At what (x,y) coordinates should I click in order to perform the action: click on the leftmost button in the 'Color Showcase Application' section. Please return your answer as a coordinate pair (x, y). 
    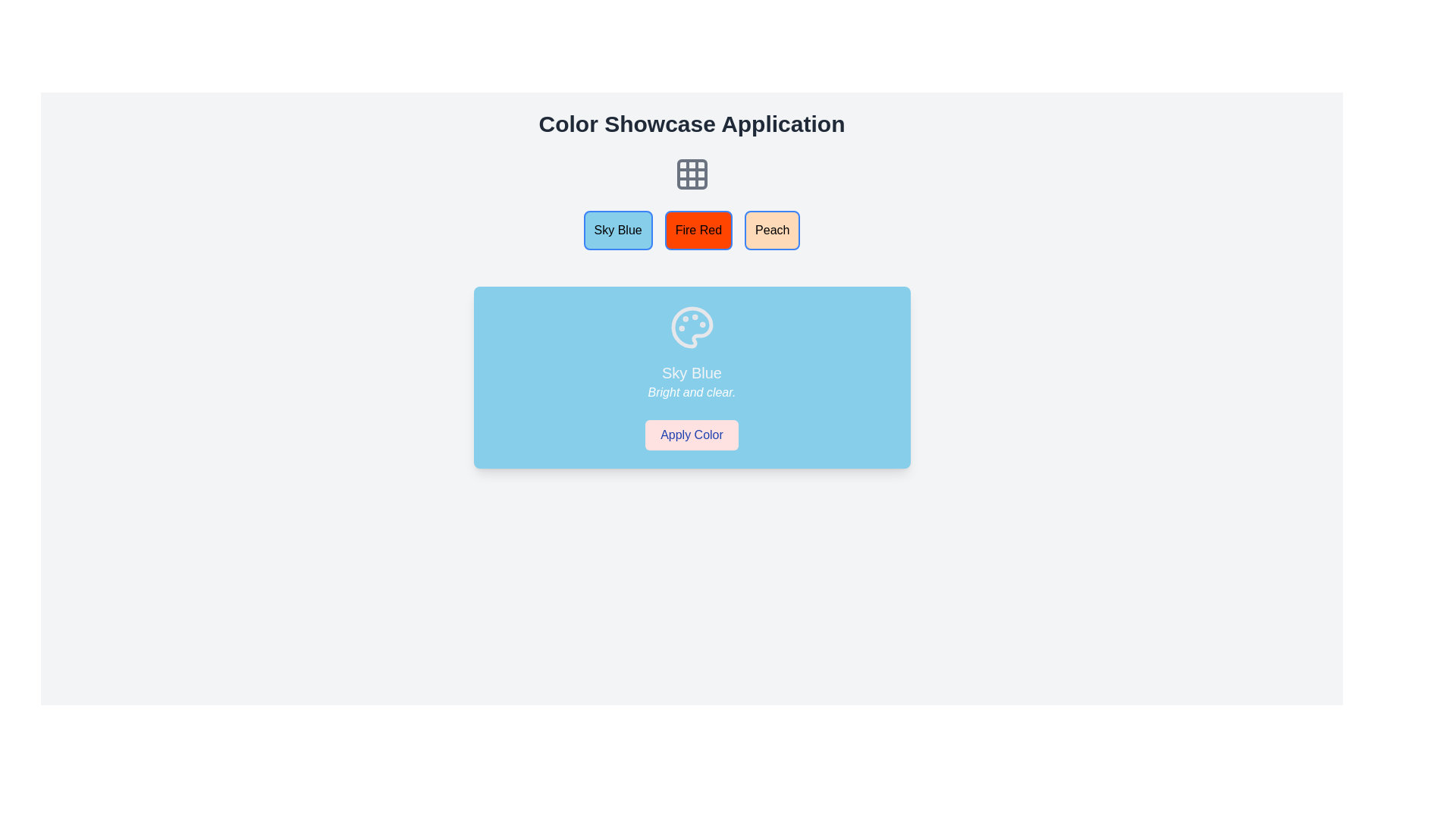
    Looking at the image, I should click on (618, 231).